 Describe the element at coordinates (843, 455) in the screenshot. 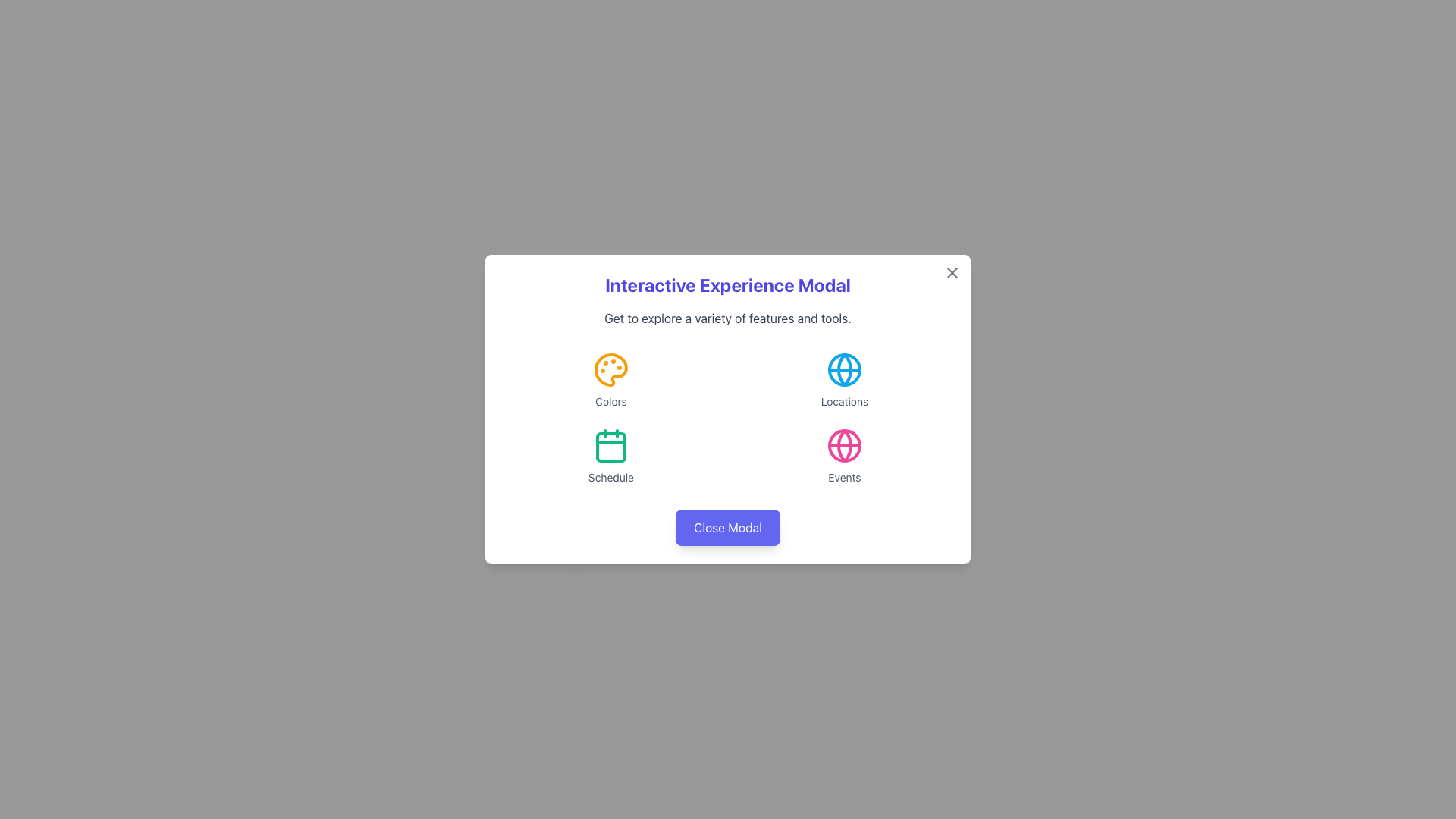

I see `the fourth clickable menu item in the bottom right corner of the 2x2 grid, which represents the 'Events' feature` at that location.